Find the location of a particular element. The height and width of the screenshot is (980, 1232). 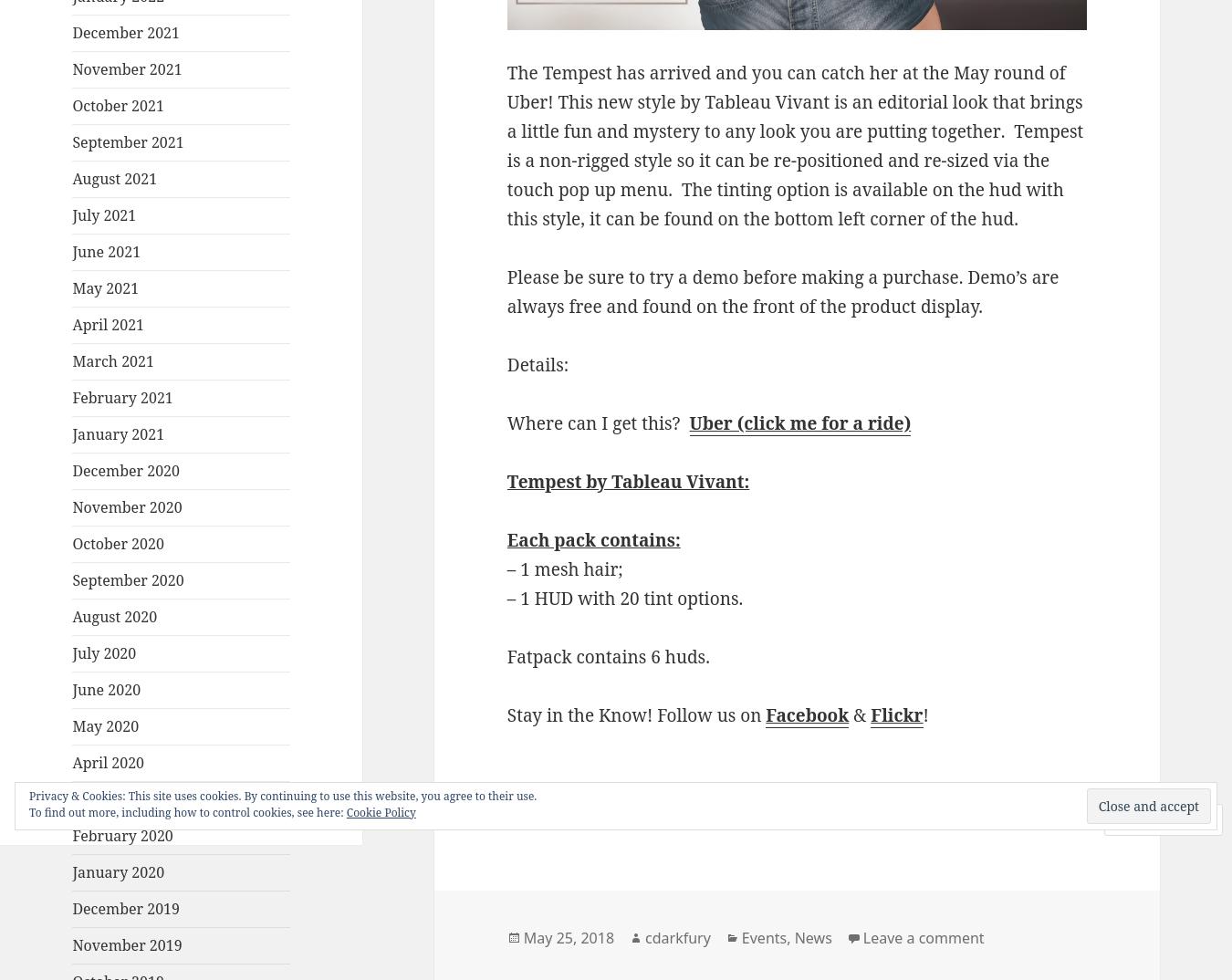

'!' is located at coordinates (922, 714).